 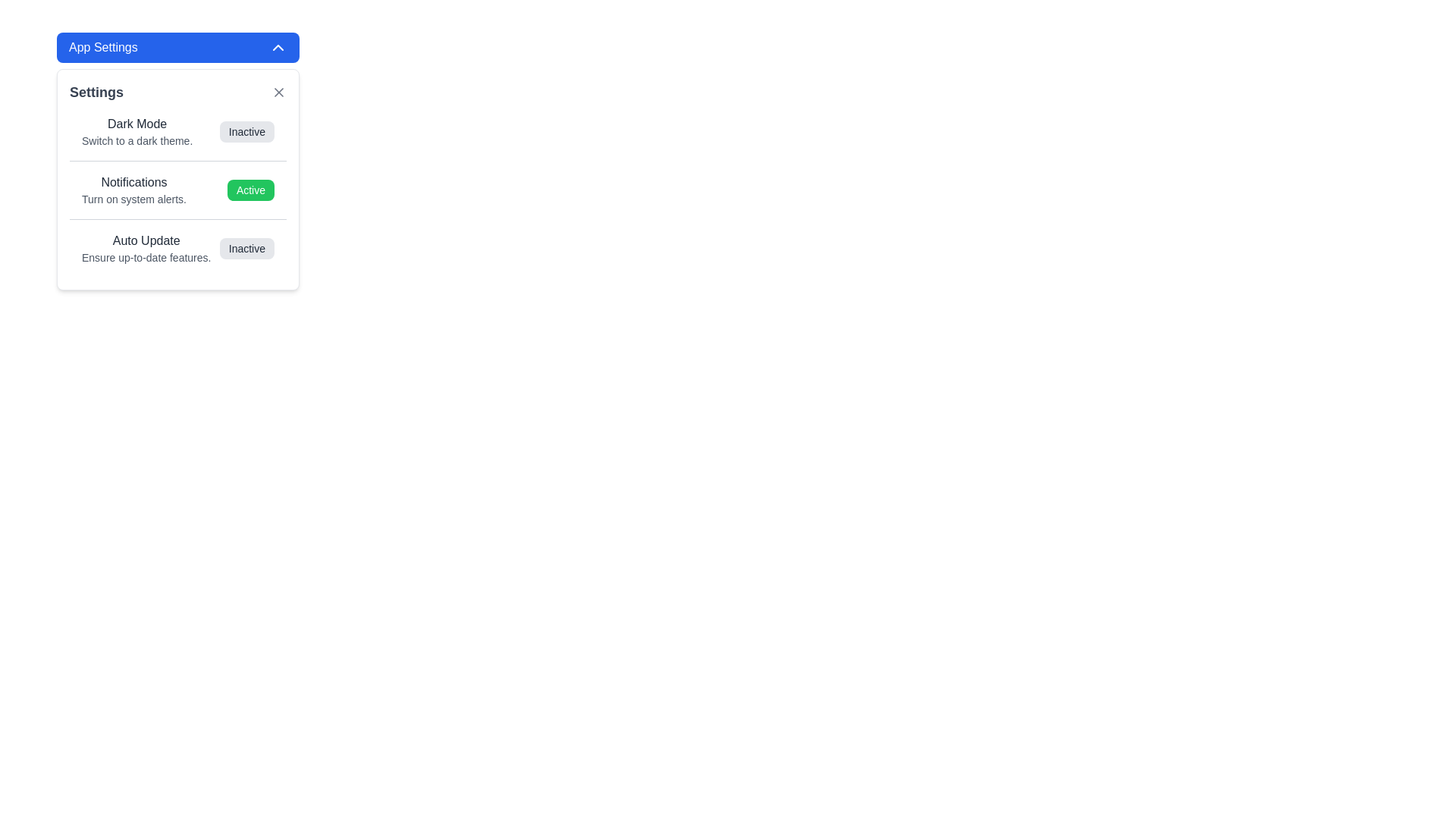 I want to click on the text label describing the 'Turn on system alerts.' settings option located in the second row of the options in the settings panel, so click(x=134, y=181).